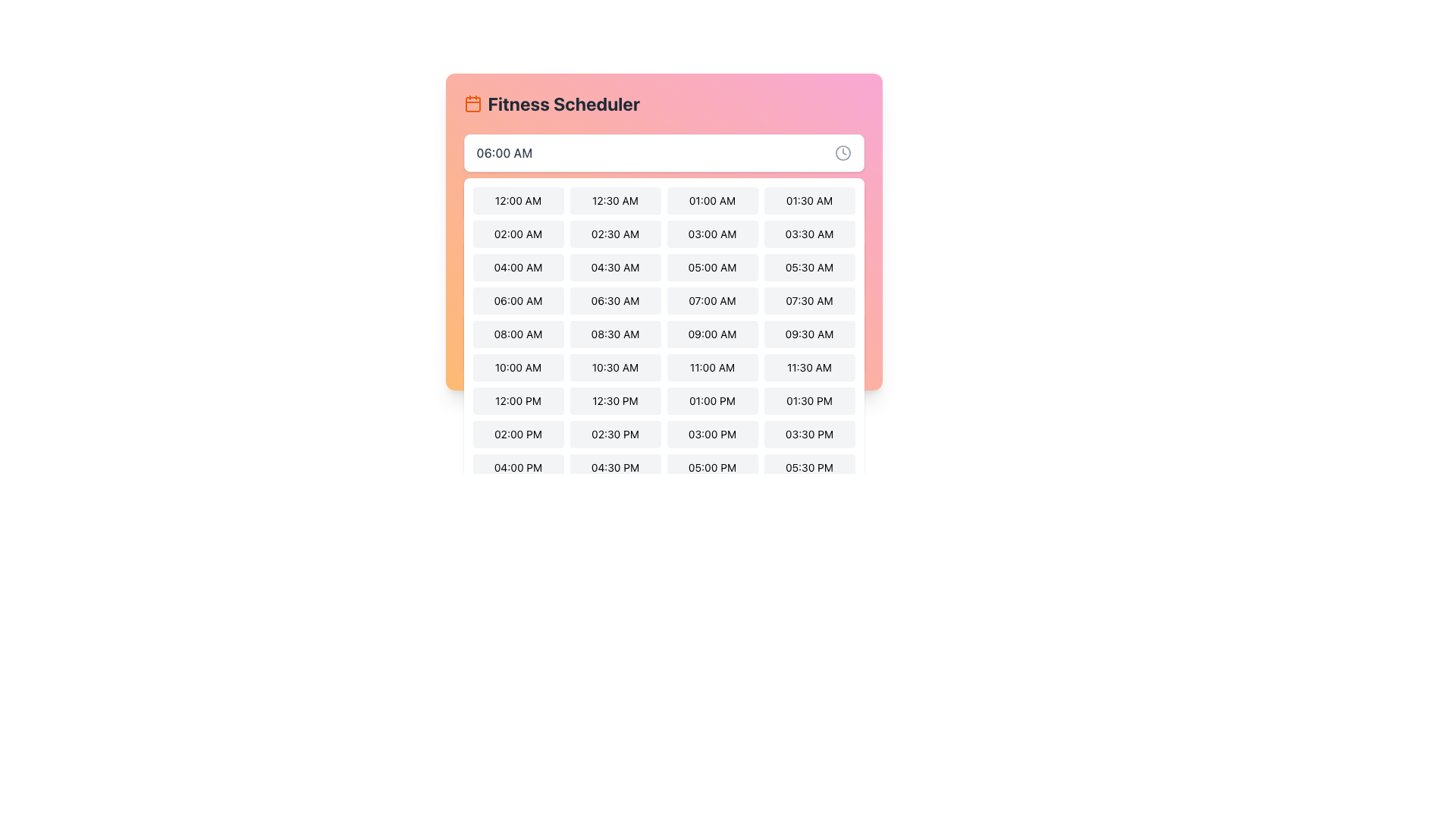  I want to click on the selectable time slot button located in the second row and third column of the grid, so click(664, 268).